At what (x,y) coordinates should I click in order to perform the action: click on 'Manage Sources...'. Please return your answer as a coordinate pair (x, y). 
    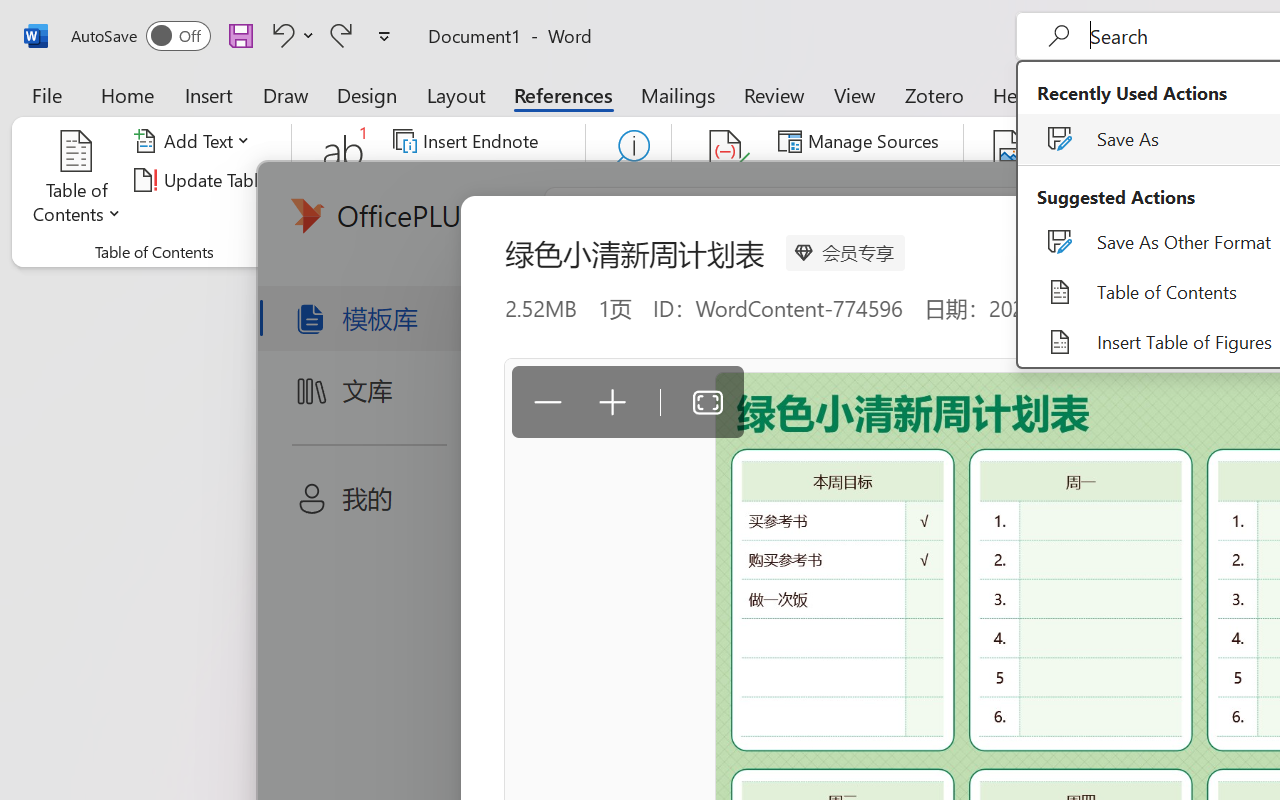
    Looking at the image, I should click on (862, 141).